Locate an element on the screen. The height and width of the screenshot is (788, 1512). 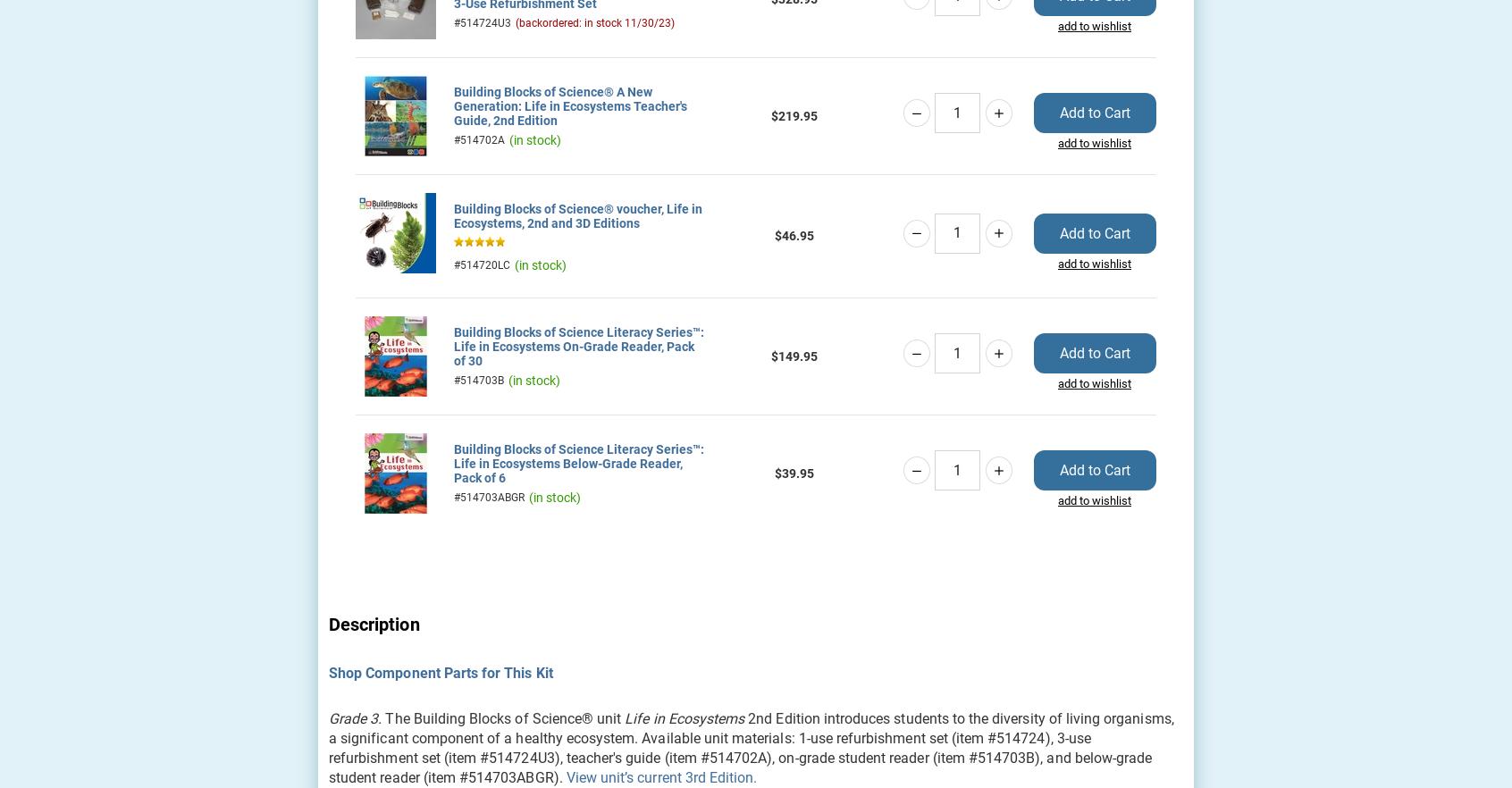
'Shop Component Parts for This Kit' is located at coordinates (440, 671).